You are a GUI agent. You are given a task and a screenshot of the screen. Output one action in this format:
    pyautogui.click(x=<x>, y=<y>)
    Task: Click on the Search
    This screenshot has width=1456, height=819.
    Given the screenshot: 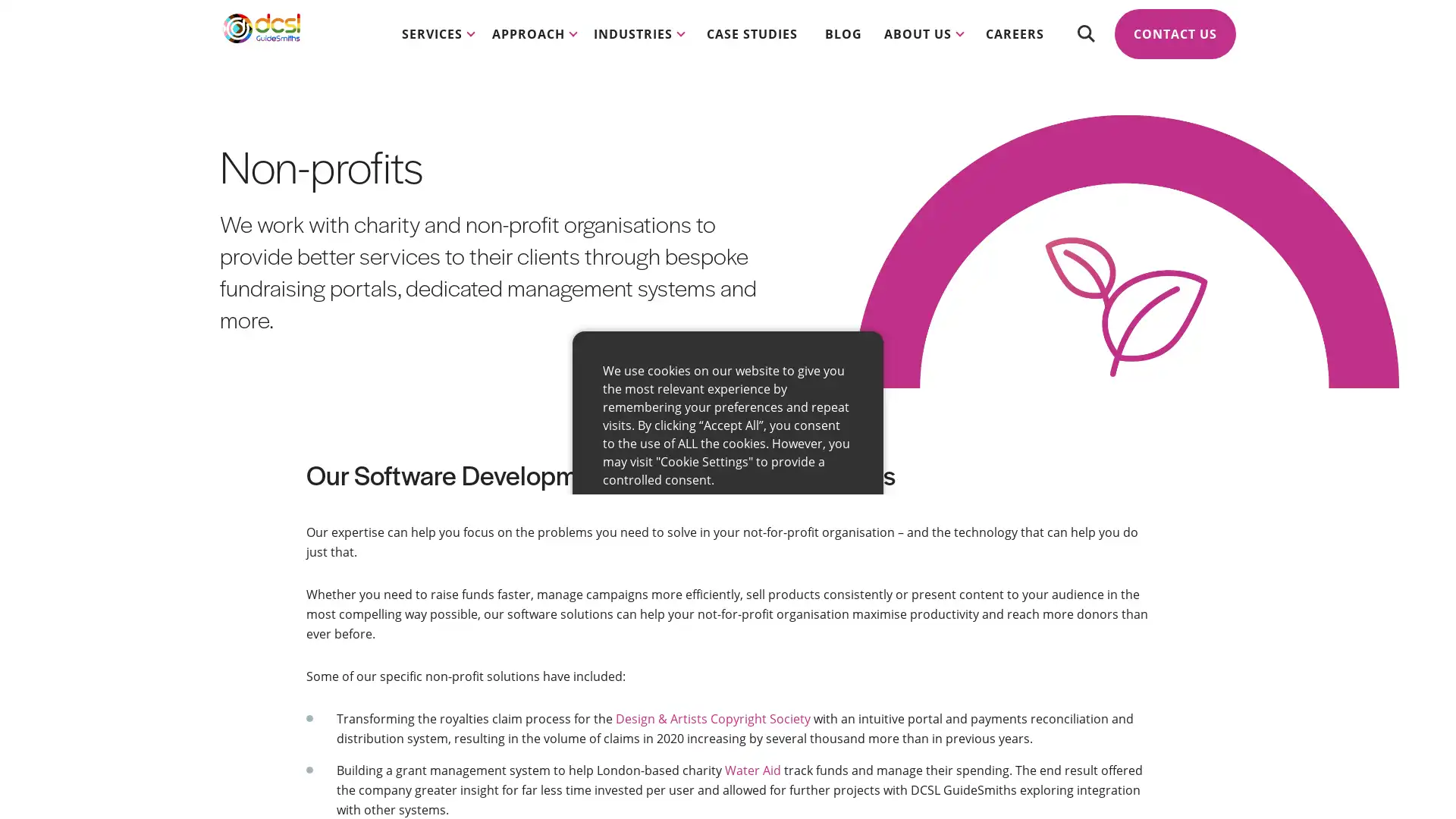 What is the action you would take?
    pyautogui.click(x=1084, y=45)
    